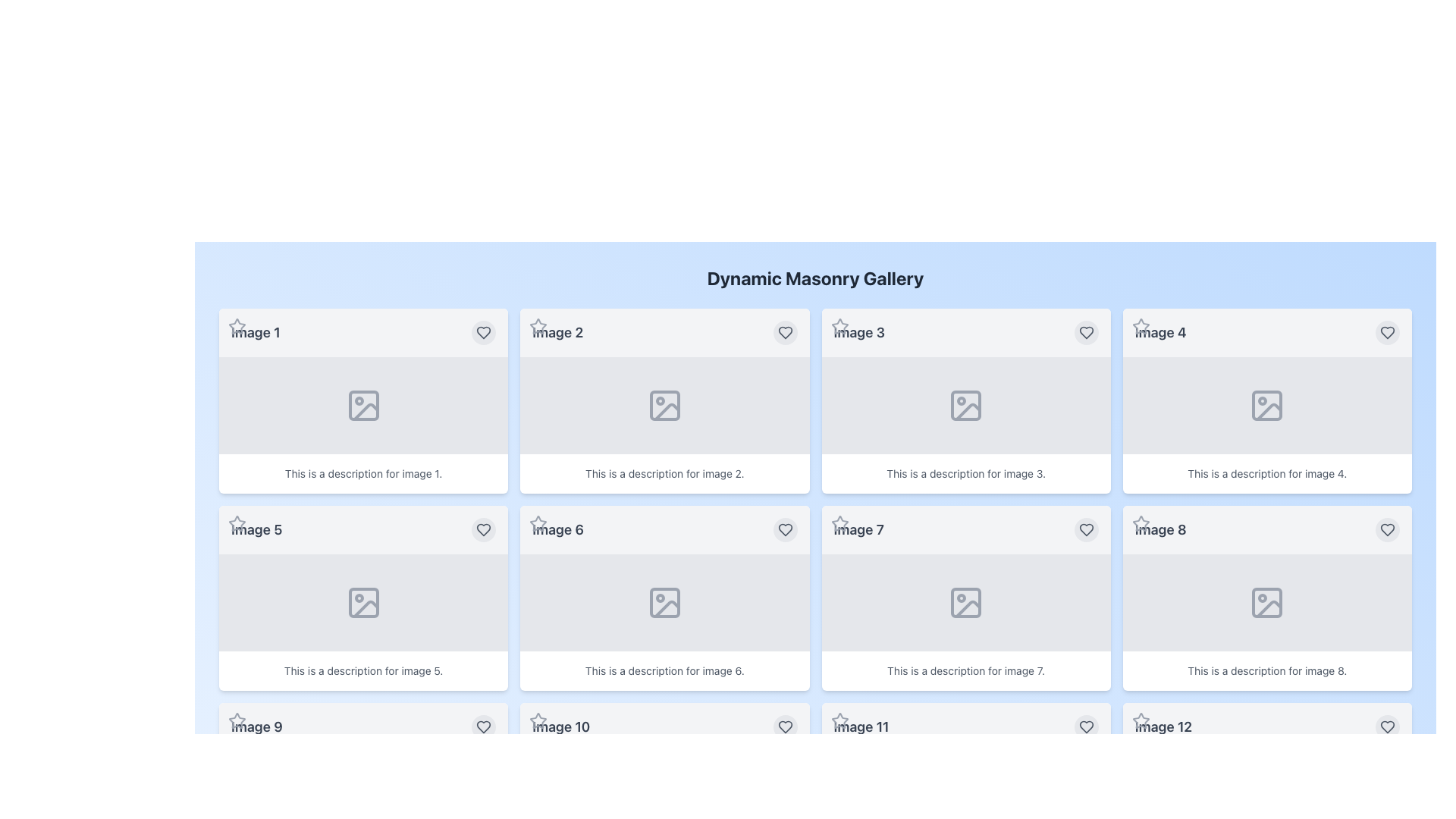 Image resolution: width=1456 pixels, height=819 pixels. Describe the element at coordinates (664, 598) in the screenshot. I see `the sixth card in the grid layout, which displays 'Image 6' as a header and has a centered image icon` at that location.